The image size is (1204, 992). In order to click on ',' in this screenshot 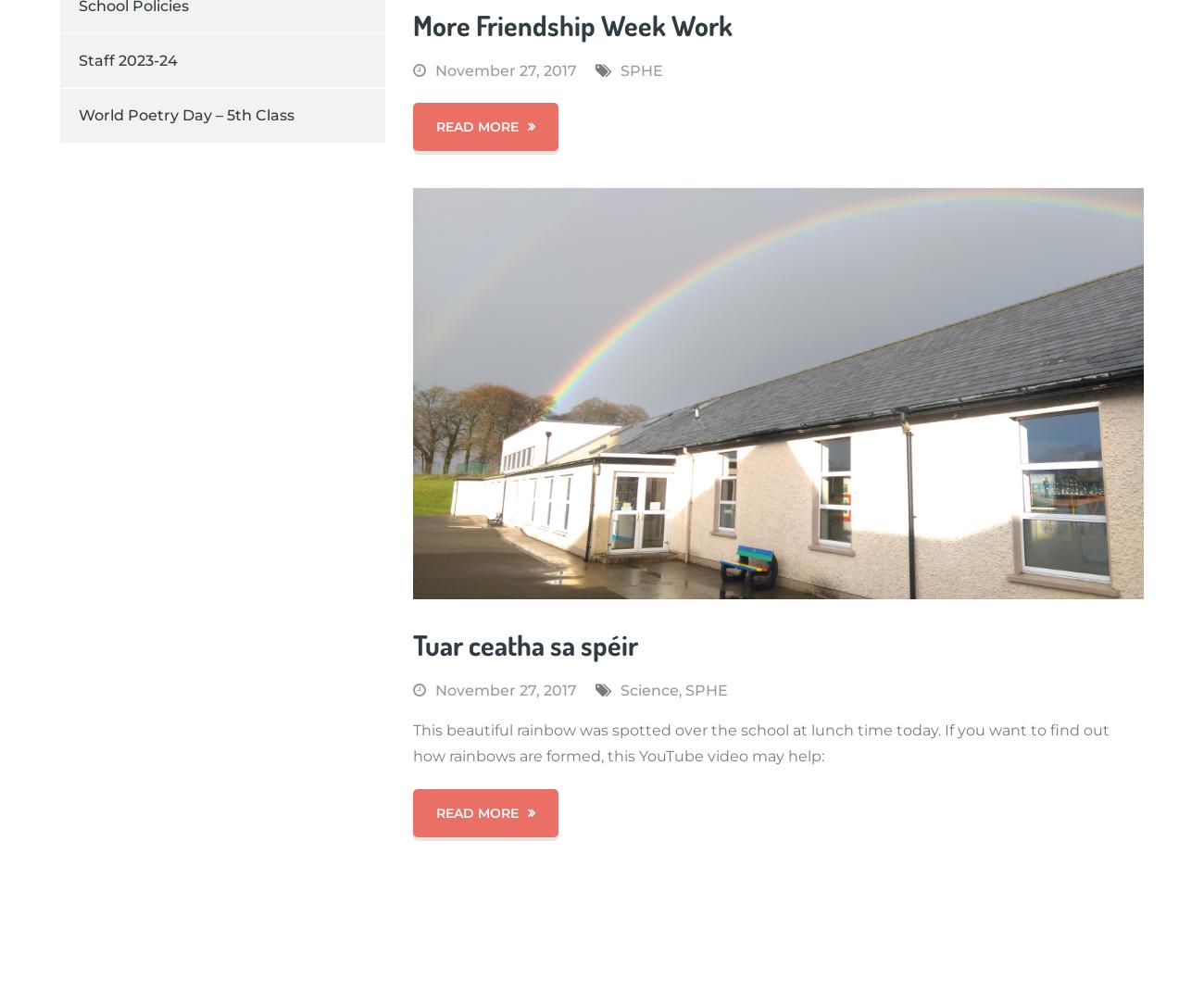, I will do `click(678, 689)`.